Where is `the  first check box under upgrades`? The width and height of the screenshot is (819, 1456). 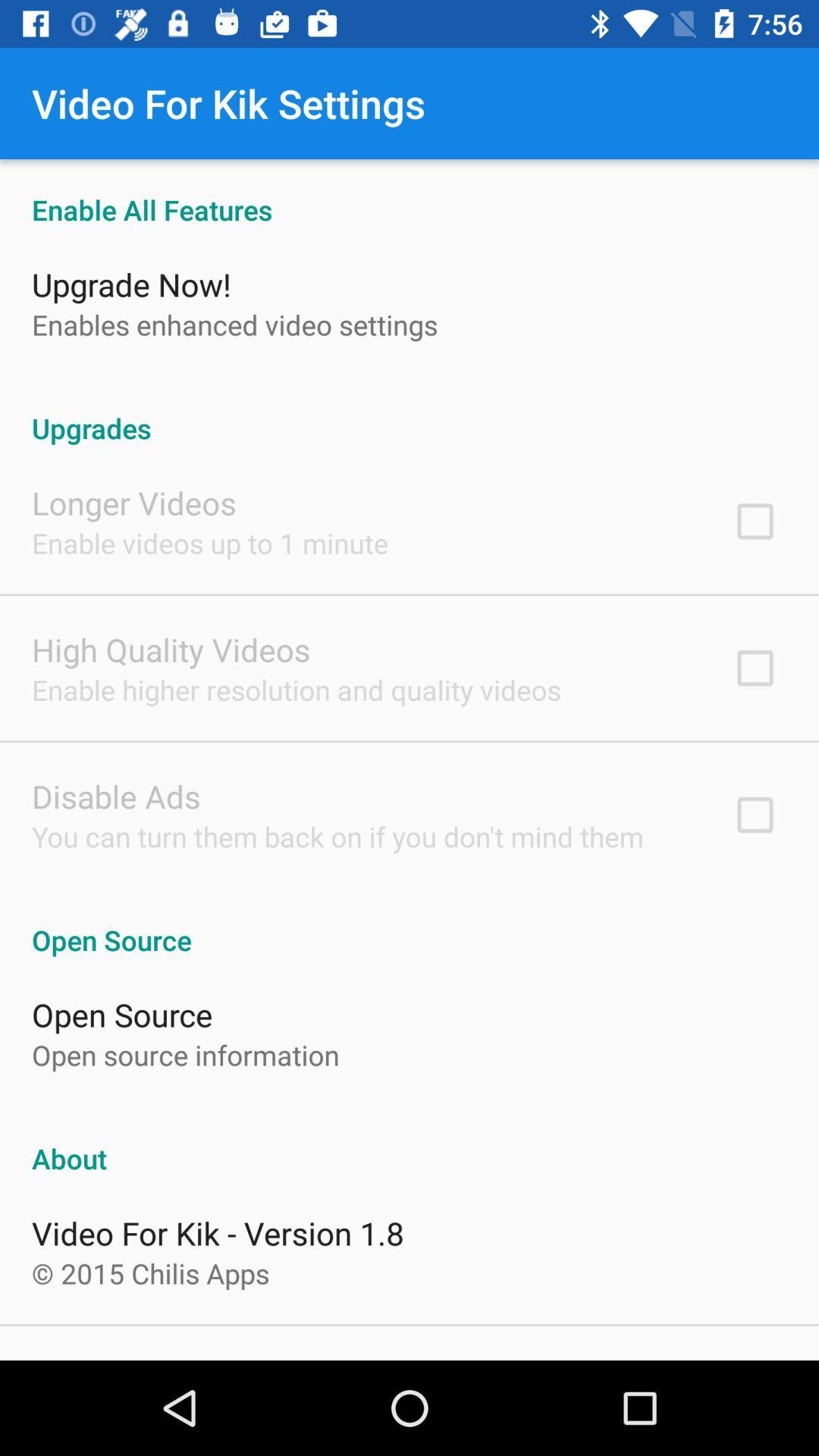
the  first check box under upgrades is located at coordinates (755, 521).